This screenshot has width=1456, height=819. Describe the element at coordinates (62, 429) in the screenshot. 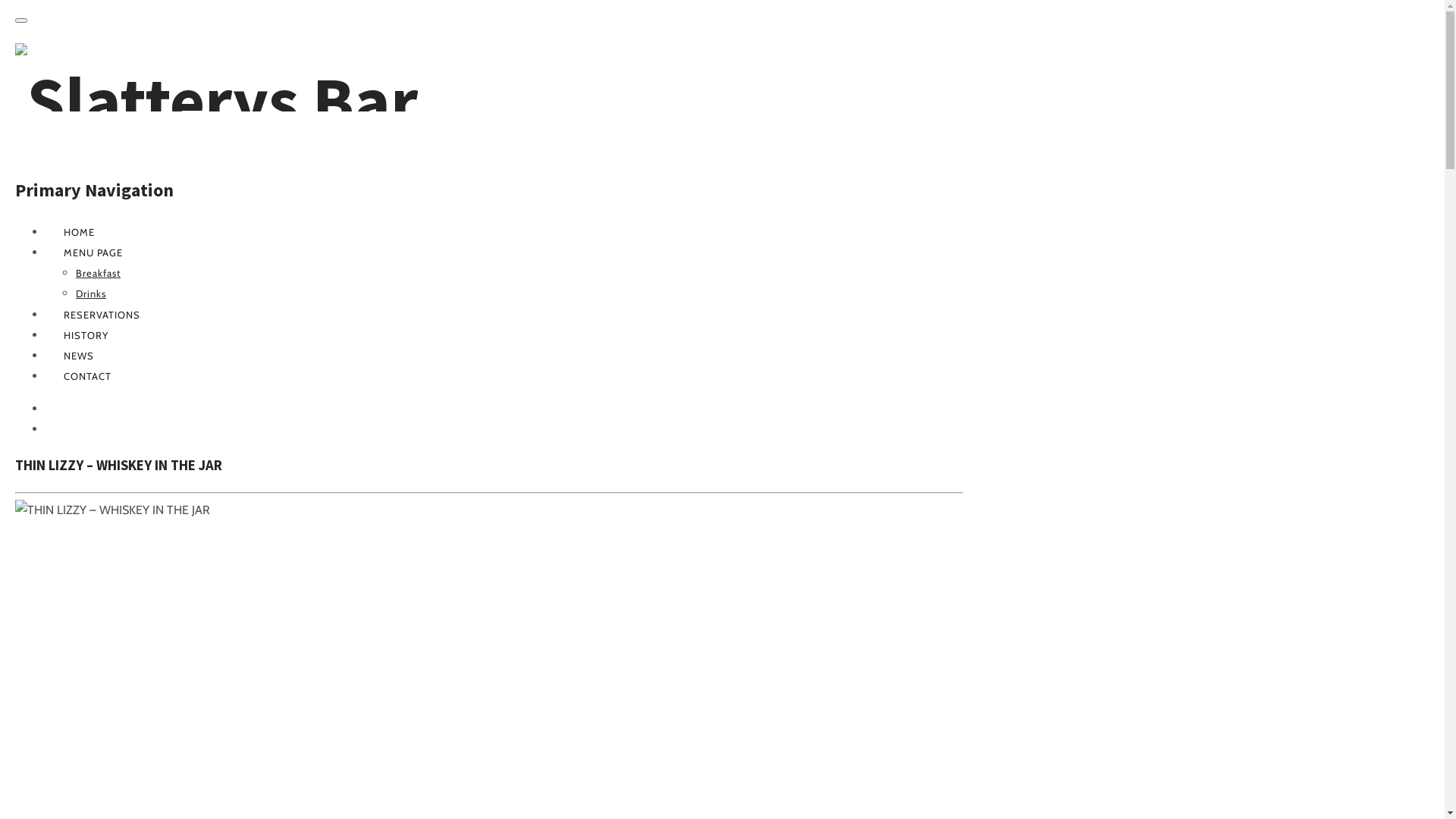

I see `'PRIVACY POLICY'` at that location.